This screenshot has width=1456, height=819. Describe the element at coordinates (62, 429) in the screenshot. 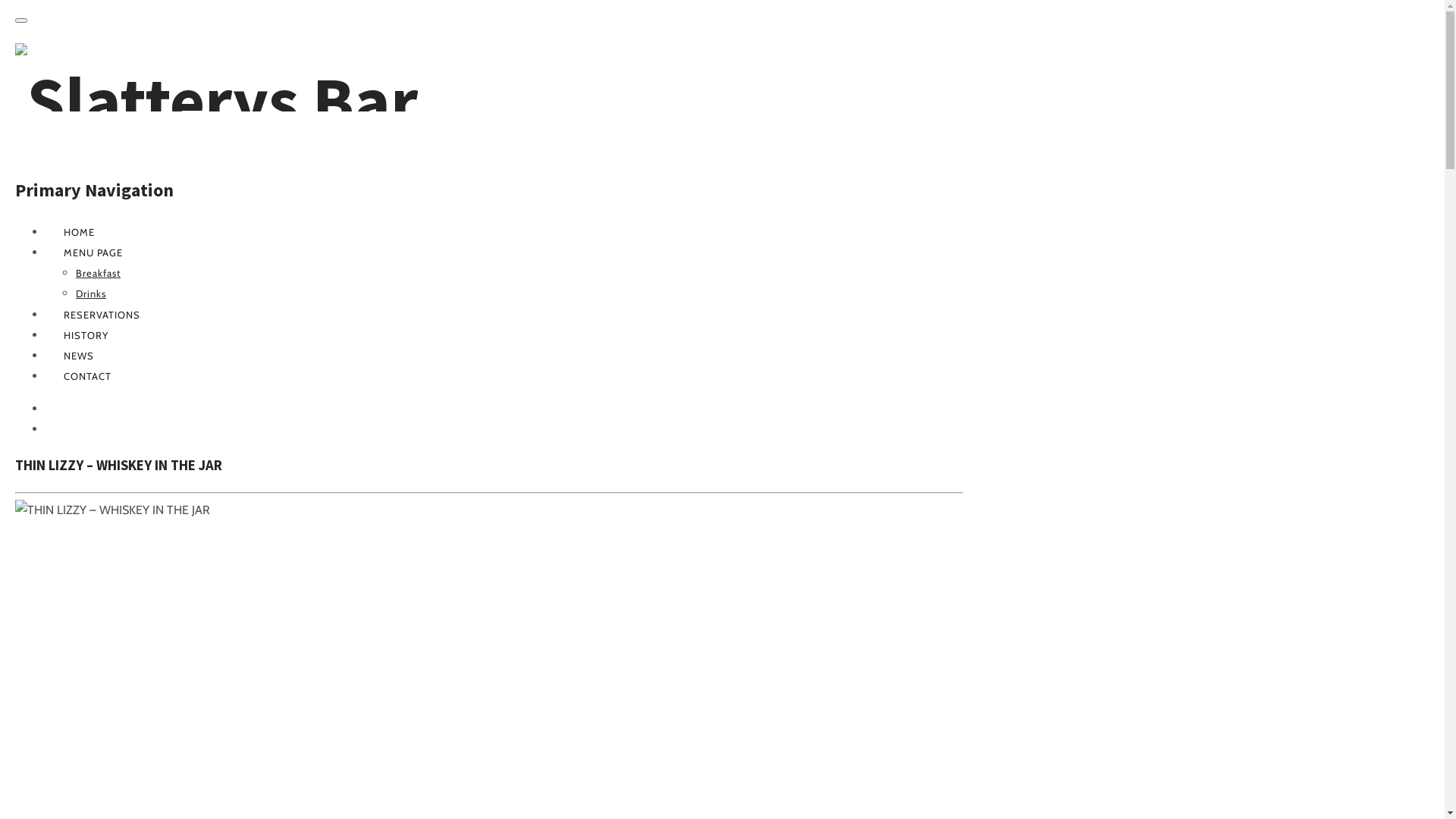

I see `'PRIVACY POLICY'` at that location.